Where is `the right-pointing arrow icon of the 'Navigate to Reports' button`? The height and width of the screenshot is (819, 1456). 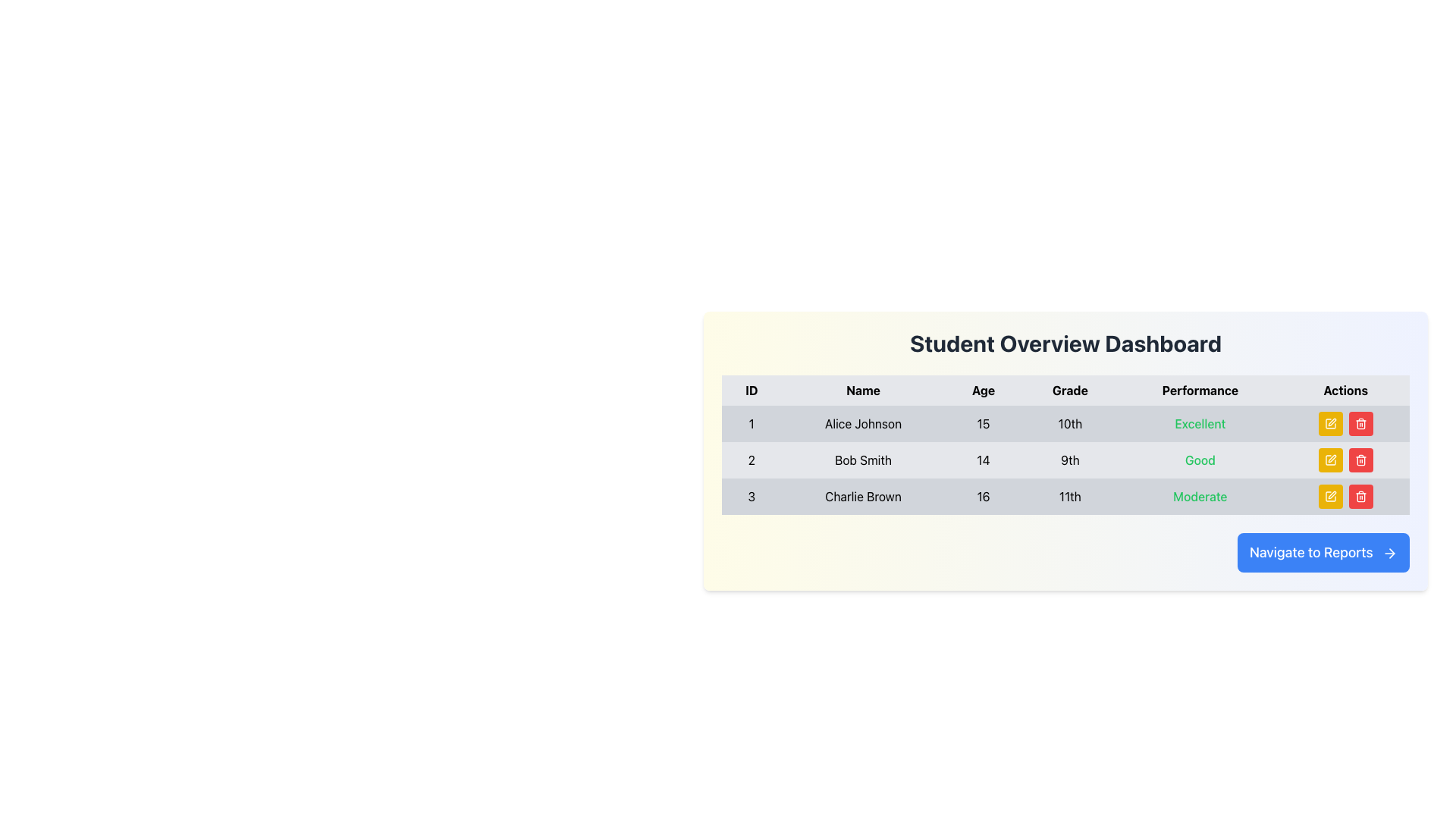
the right-pointing arrow icon of the 'Navigate to Reports' button is located at coordinates (1390, 553).